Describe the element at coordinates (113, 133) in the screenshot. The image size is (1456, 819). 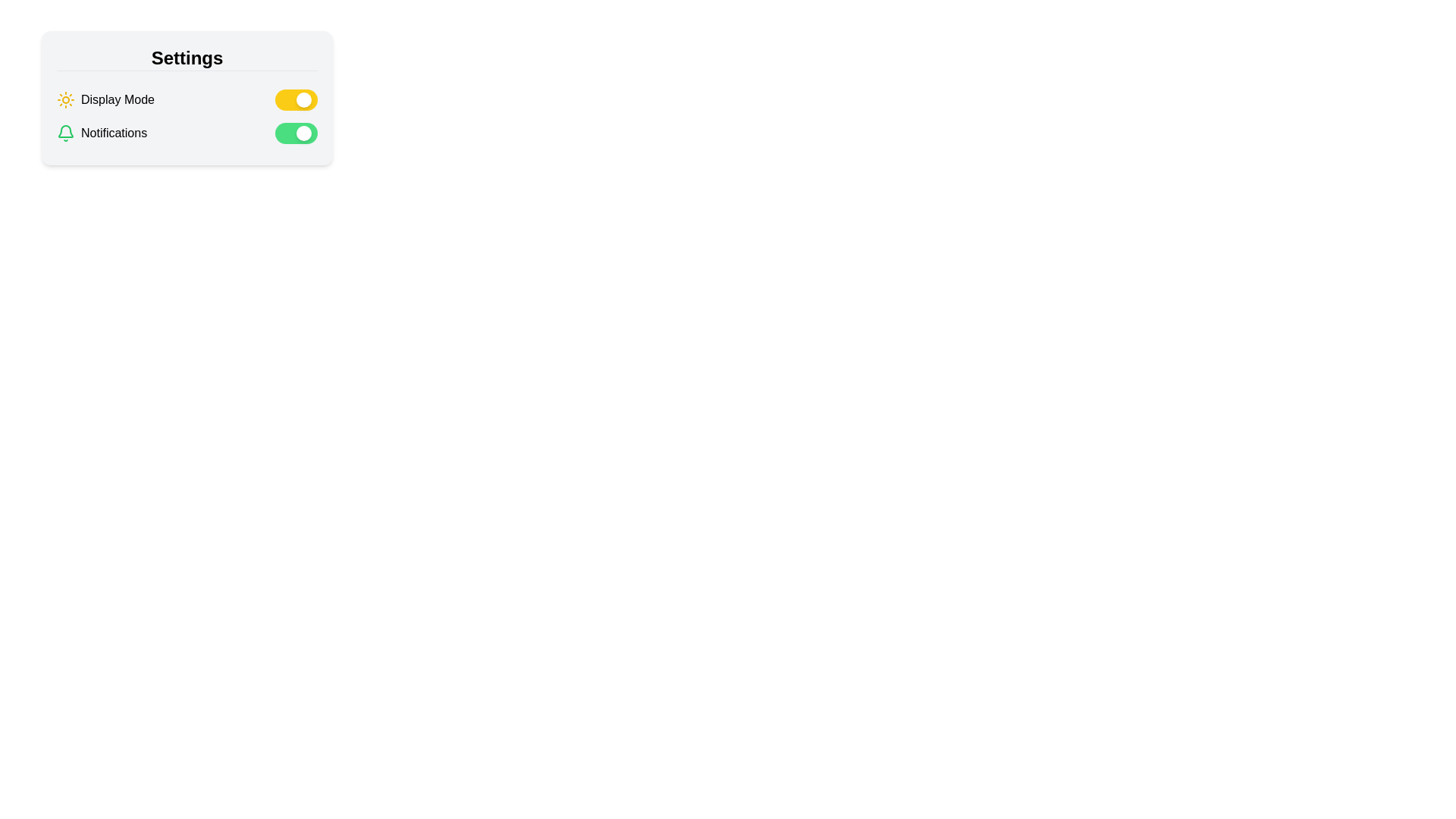
I see `the 'Notifications' text label, which is a prominent medium-sized font label located in the settings section, positioned below the 'Display Mode' section and next to a bell icon` at that location.